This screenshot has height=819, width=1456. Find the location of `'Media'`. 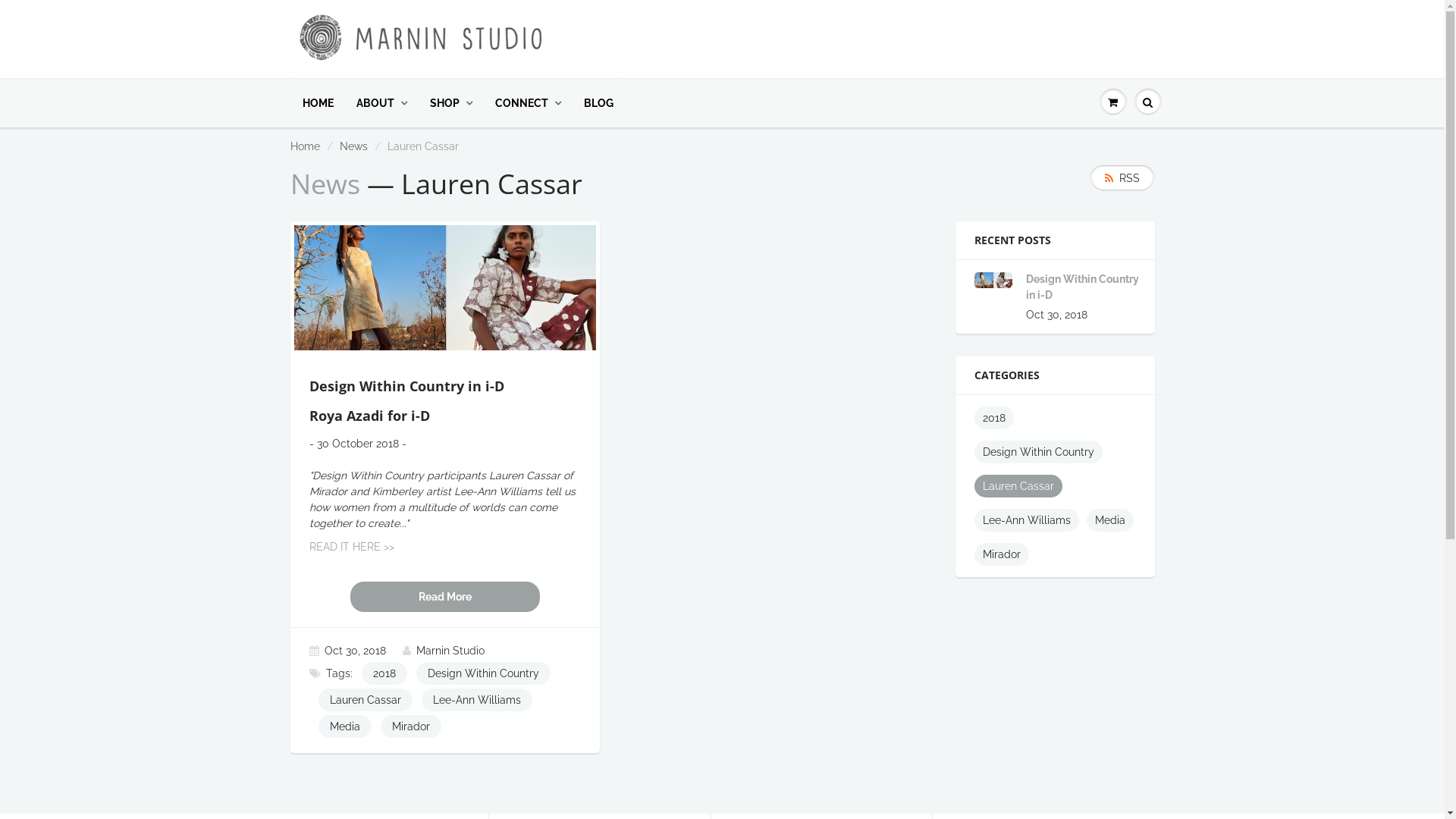

'Media' is located at coordinates (344, 725).